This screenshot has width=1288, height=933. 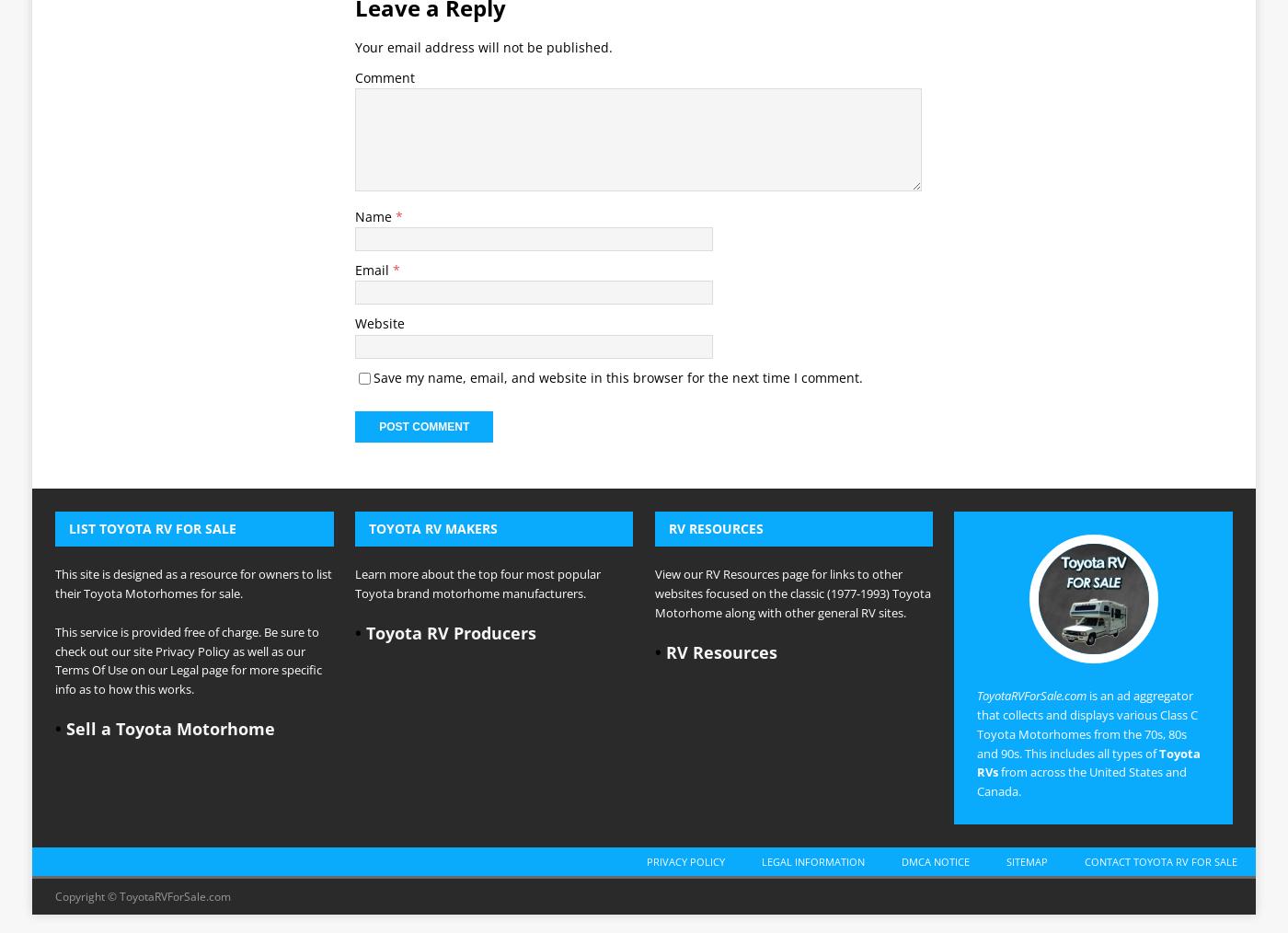 I want to click on 'Save my name, email, and website in this browser for the next time I comment.', so click(x=618, y=119).